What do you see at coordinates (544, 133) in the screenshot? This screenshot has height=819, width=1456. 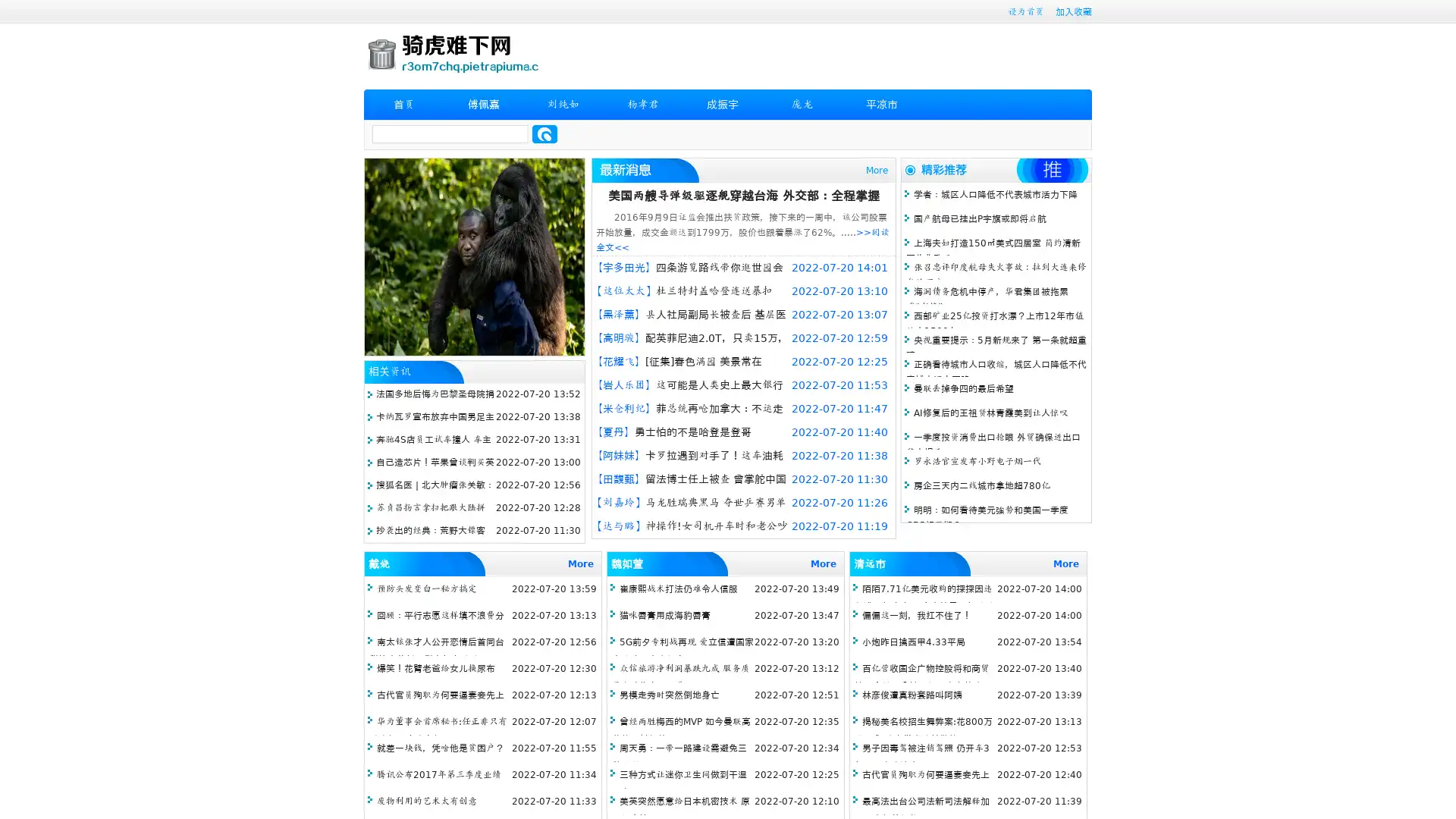 I see `Search` at bounding box center [544, 133].